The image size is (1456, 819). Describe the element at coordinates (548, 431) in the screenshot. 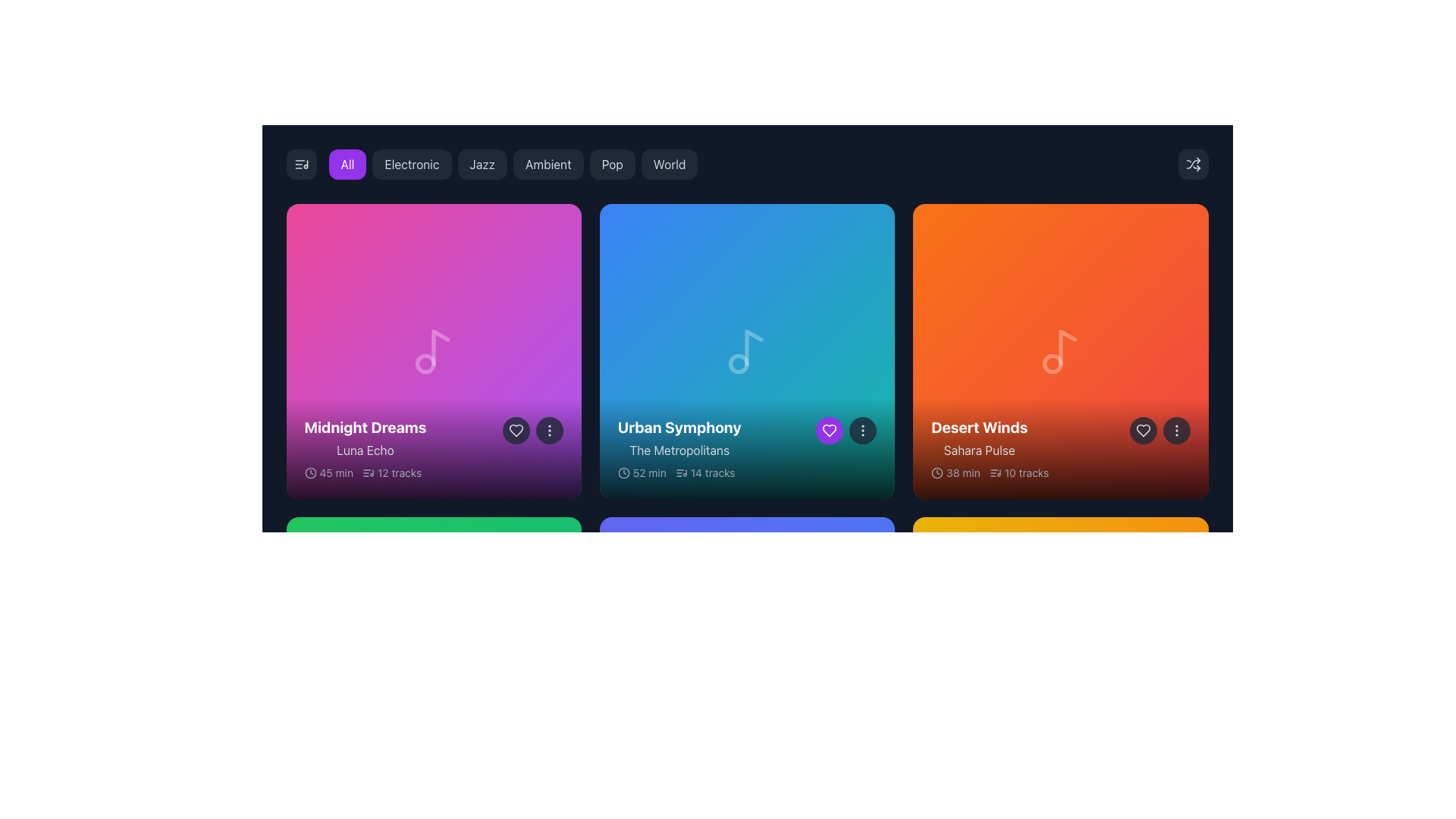

I see `the ellipsis icon button located at the bottom-right corner of the 'Midnight Dreams' content card` at that location.